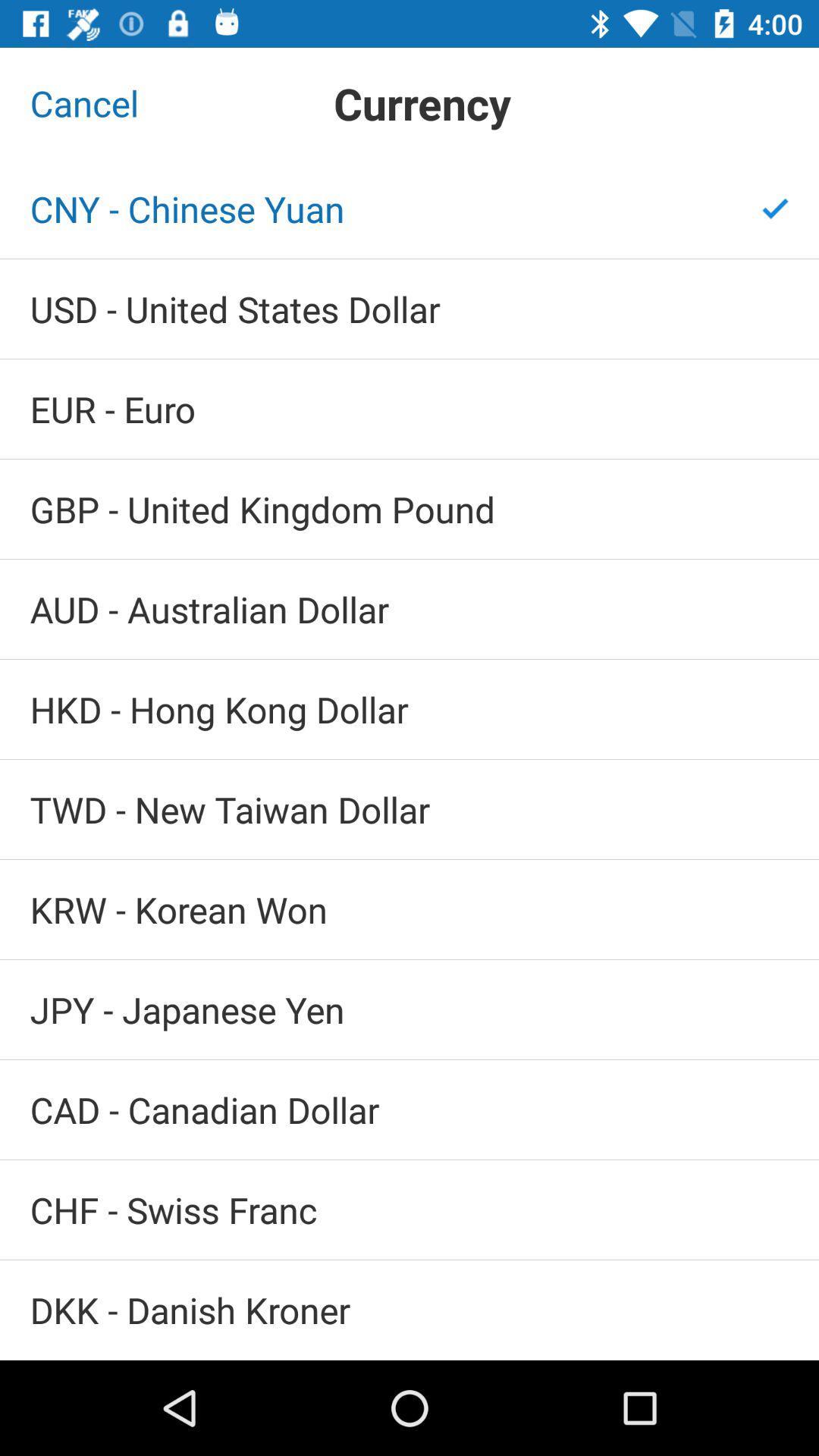  What do you see at coordinates (409, 1209) in the screenshot?
I see `the item below cad - canadian dollar icon` at bounding box center [409, 1209].